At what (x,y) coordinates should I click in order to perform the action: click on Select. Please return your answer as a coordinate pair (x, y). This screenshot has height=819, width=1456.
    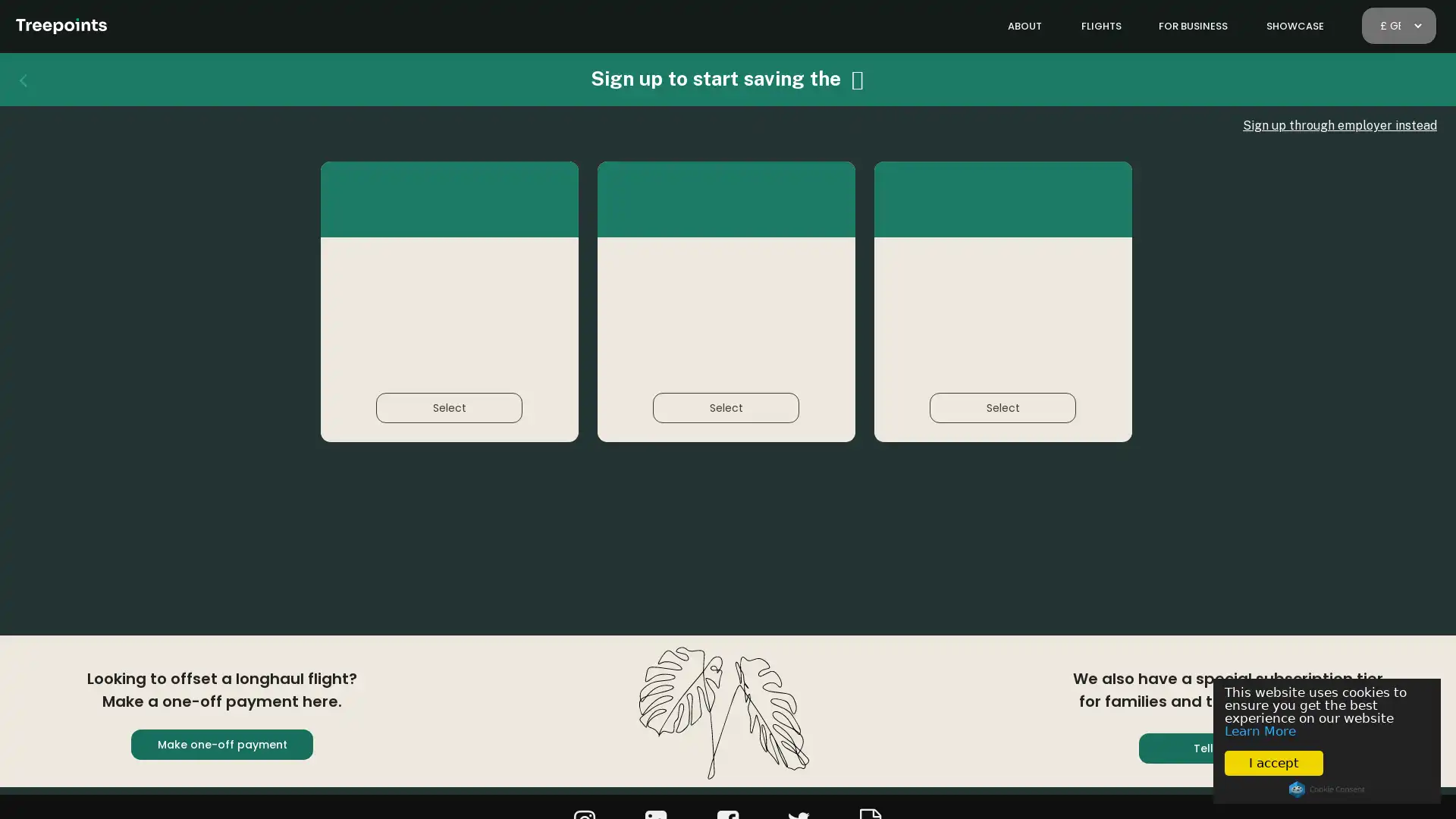
    Looking at the image, I should click on (448, 406).